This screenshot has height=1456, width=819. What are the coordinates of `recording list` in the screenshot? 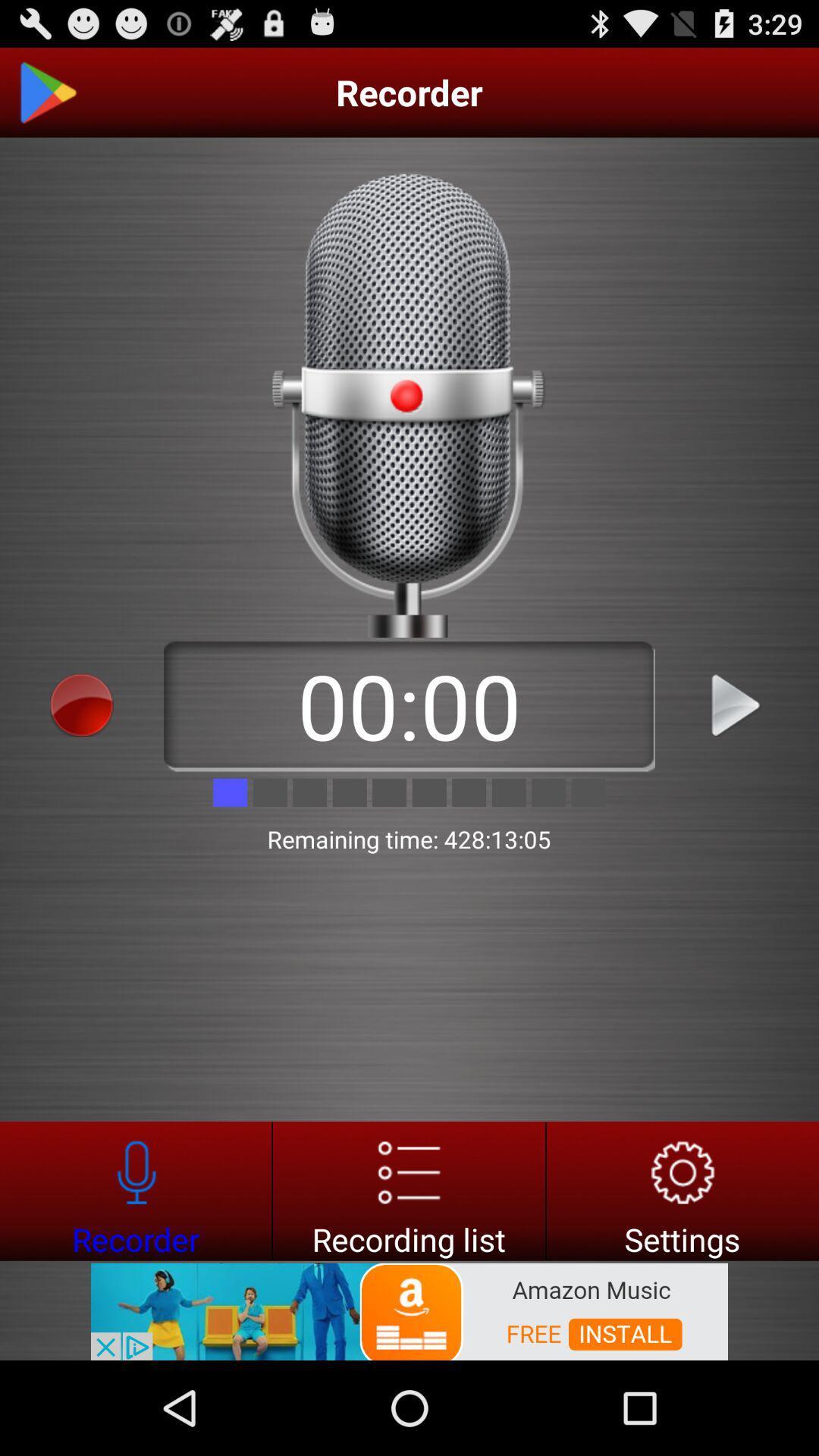 It's located at (408, 1190).